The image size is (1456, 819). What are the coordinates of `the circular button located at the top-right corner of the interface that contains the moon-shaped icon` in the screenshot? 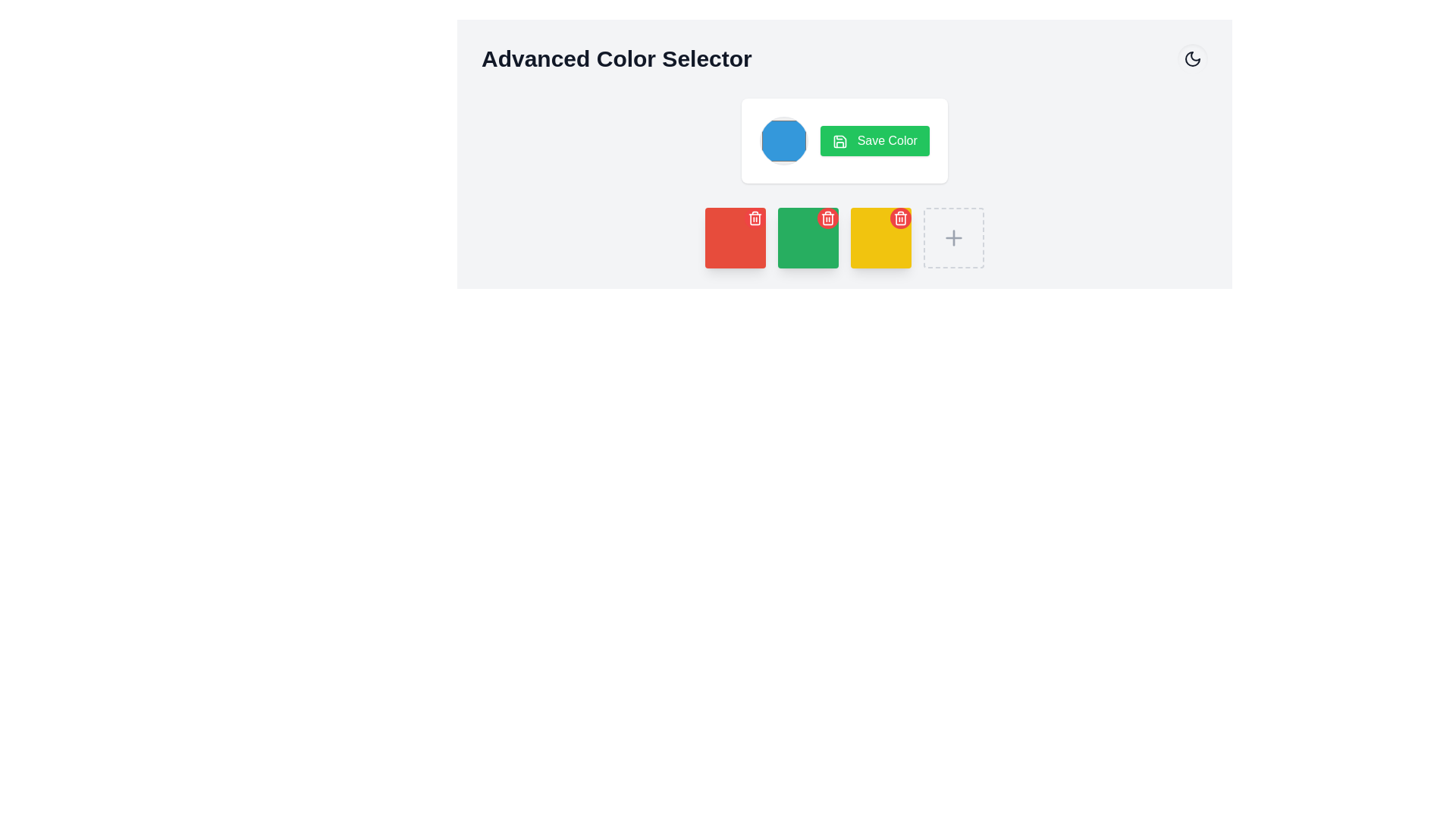 It's located at (1192, 58).